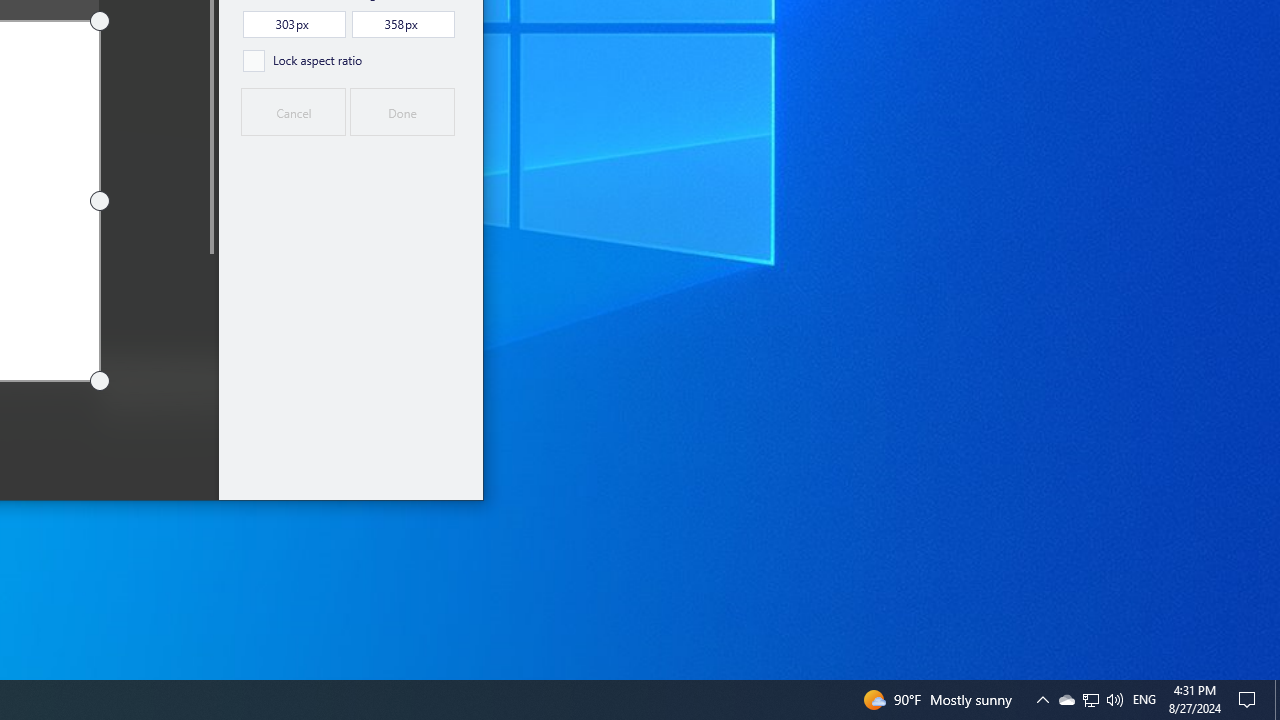 The width and height of the screenshot is (1280, 720). What do you see at coordinates (400, 111) in the screenshot?
I see `'Done'` at bounding box center [400, 111].